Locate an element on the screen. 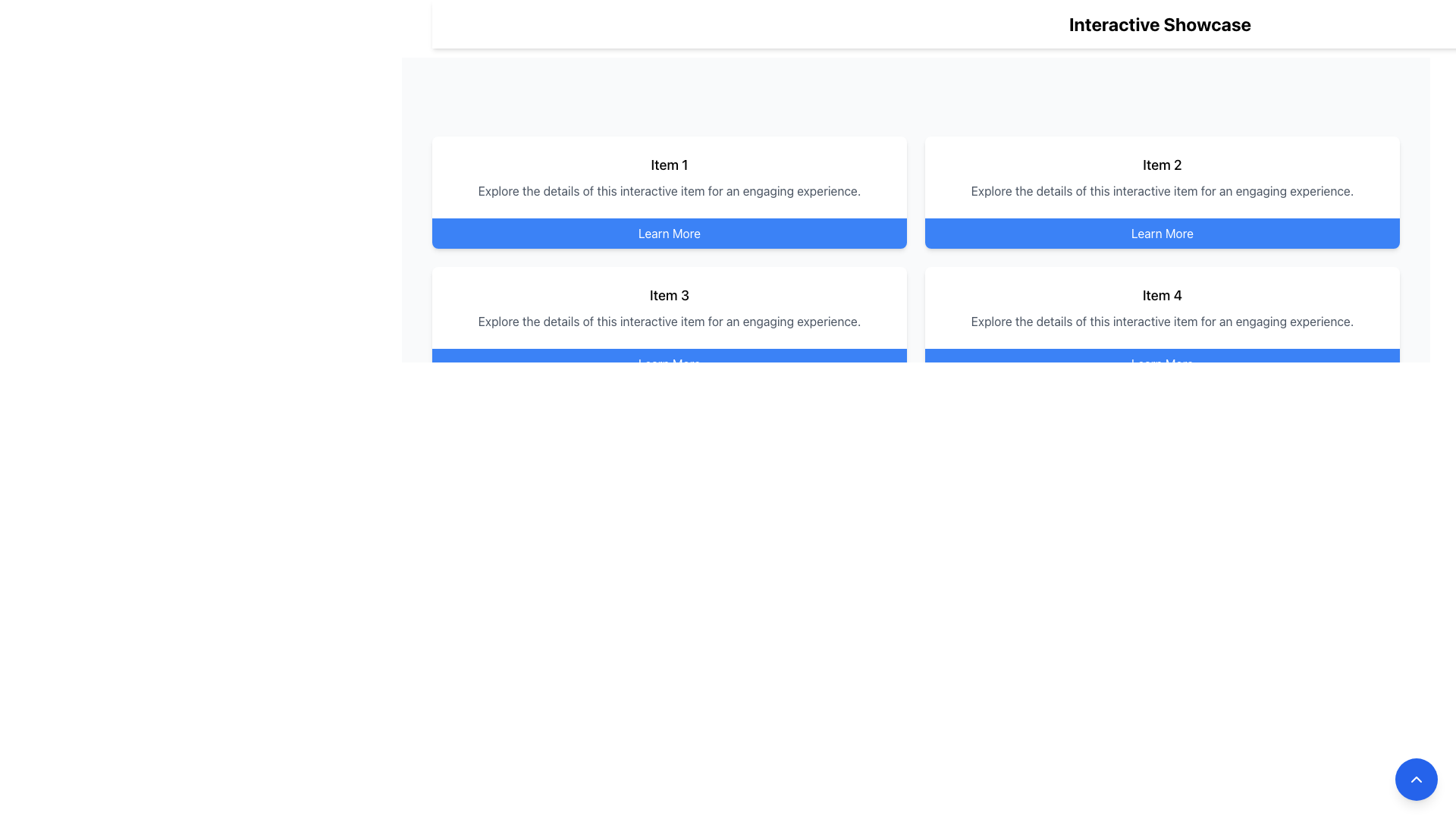 This screenshot has width=1456, height=819. the text content group titled 'Item 3', which features a bold main title and a smaller gray subtitle, centered within a white rectangle with rounded corners and a shadow effect is located at coordinates (669, 307).